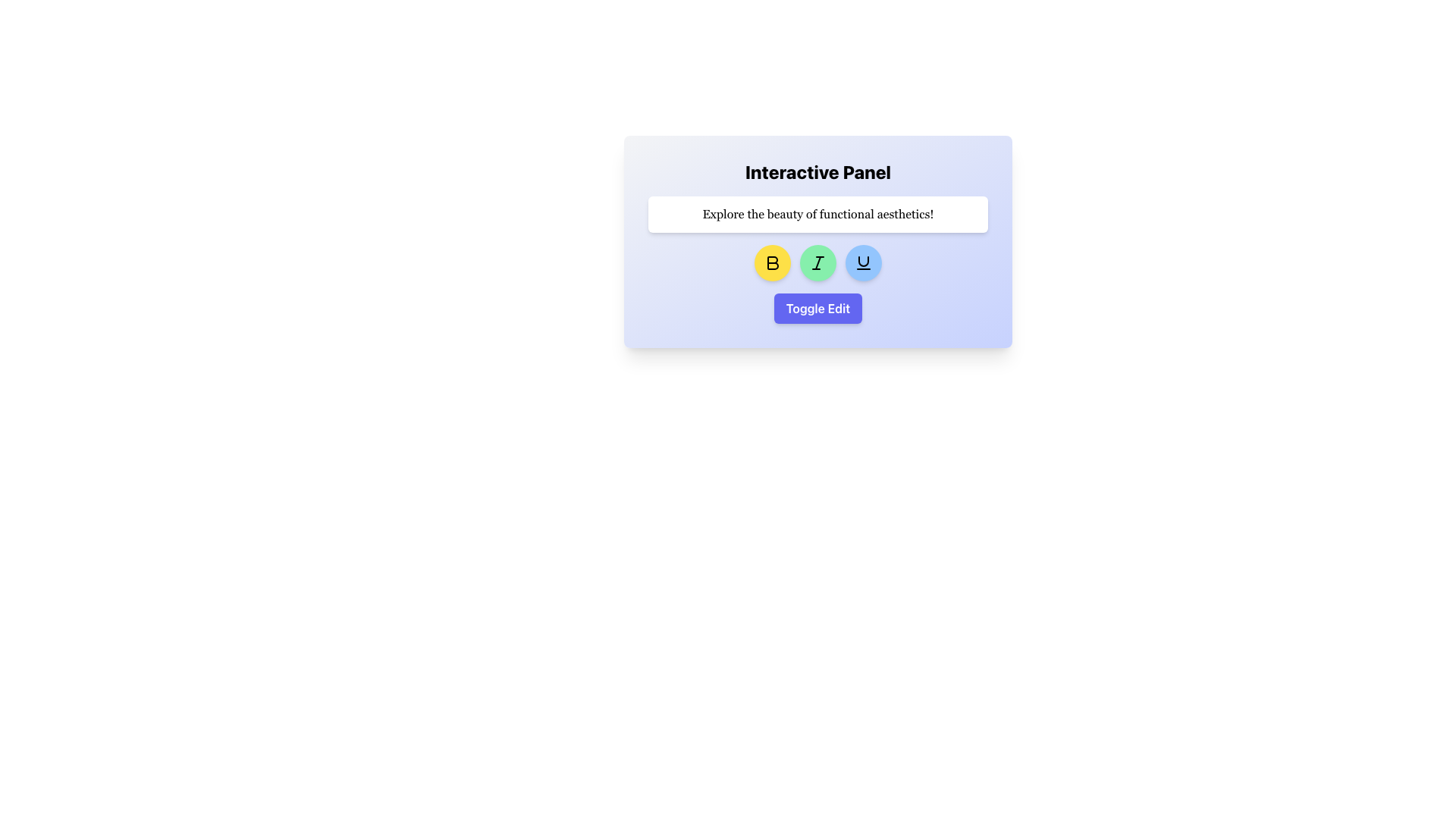 The image size is (1456, 819). I want to click on the leftmost circular button with a bright yellow background and a bold 'B' icon to observe its hover effects, so click(772, 262).